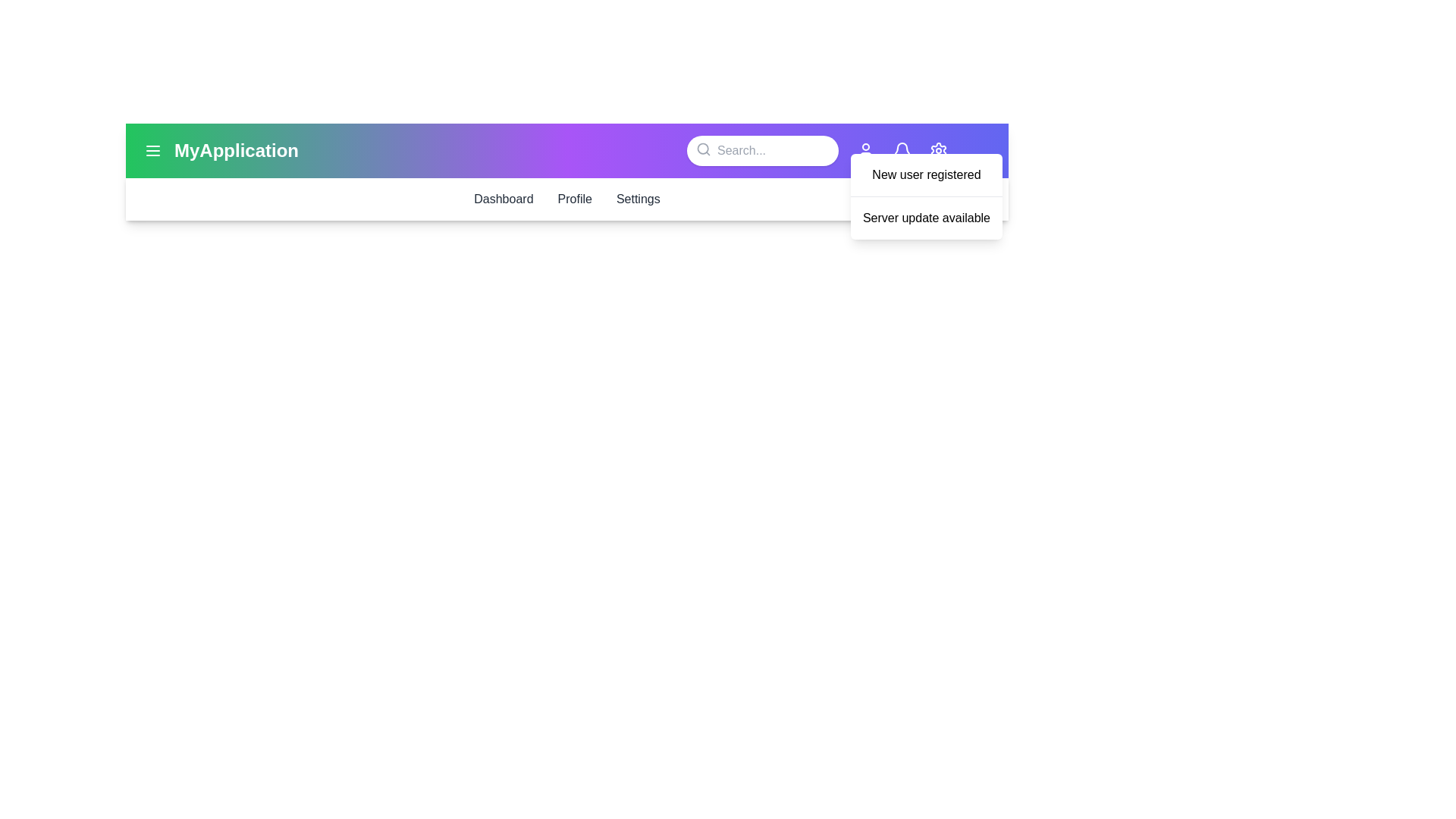  What do you see at coordinates (574, 198) in the screenshot?
I see `the menu item Profile to navigate to the corresponding section` at bounding box center [574, 198].